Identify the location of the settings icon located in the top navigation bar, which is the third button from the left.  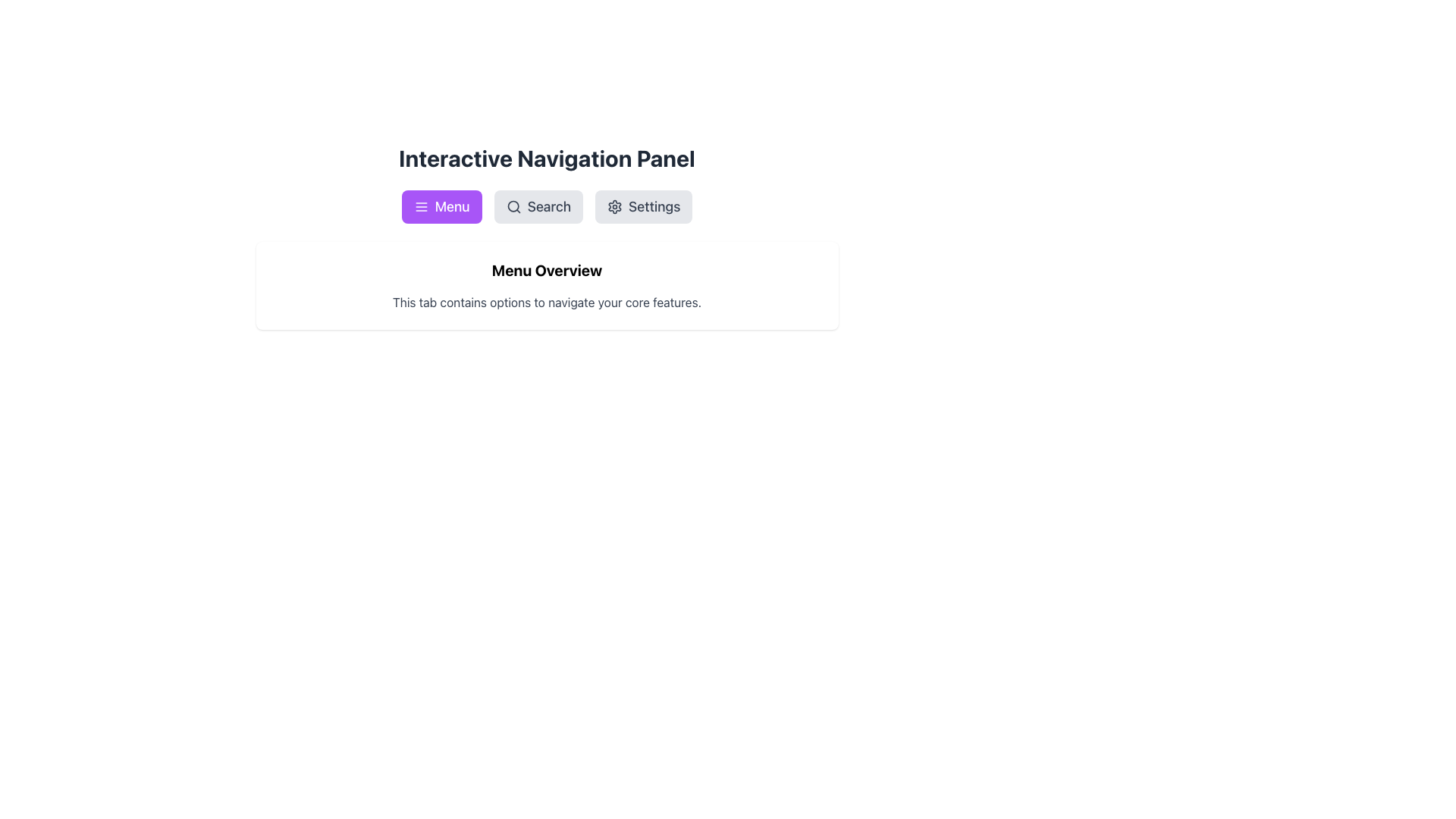
(615, 207).